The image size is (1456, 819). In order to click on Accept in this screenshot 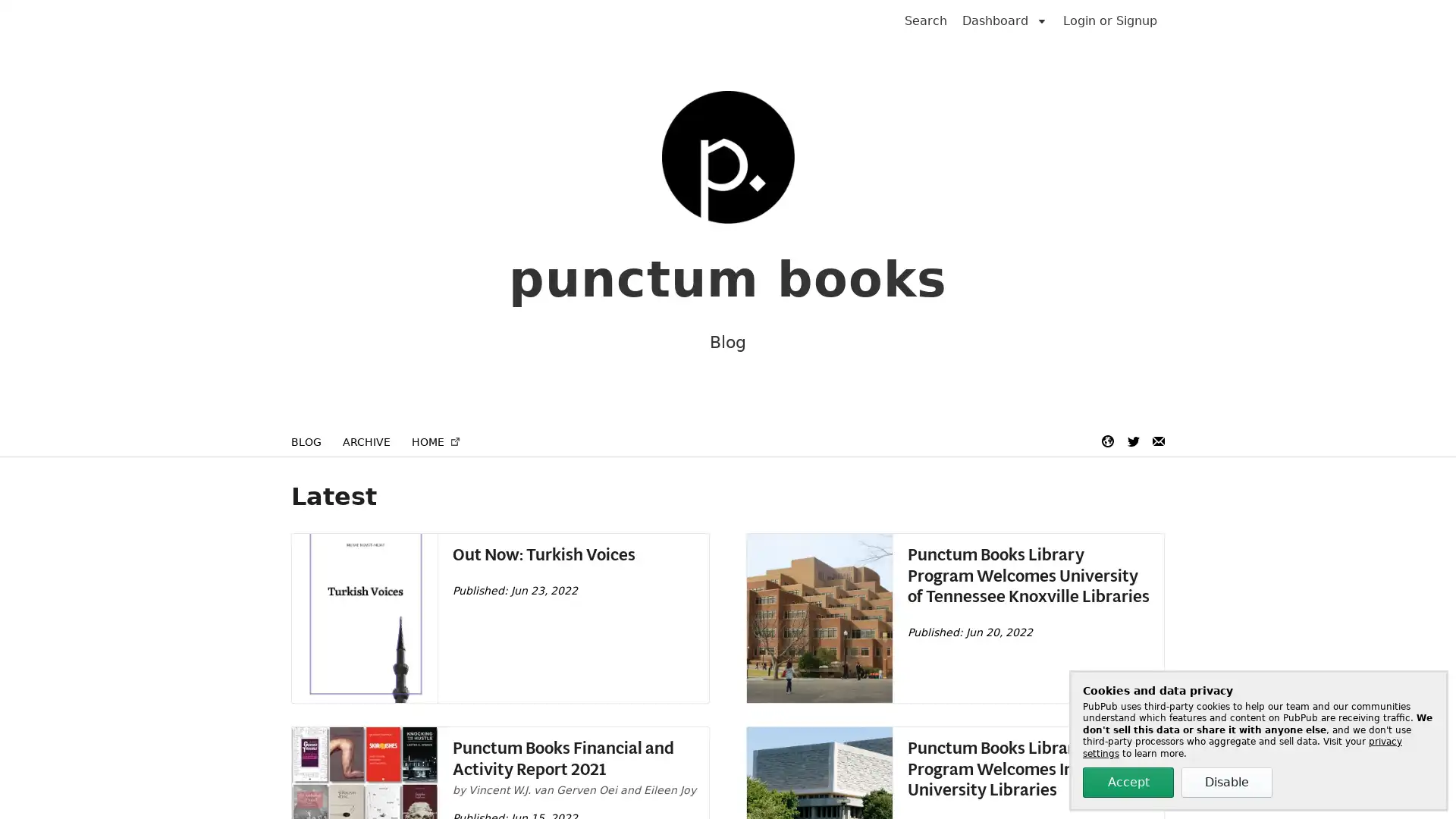, I will do `click(1128, 783)`.